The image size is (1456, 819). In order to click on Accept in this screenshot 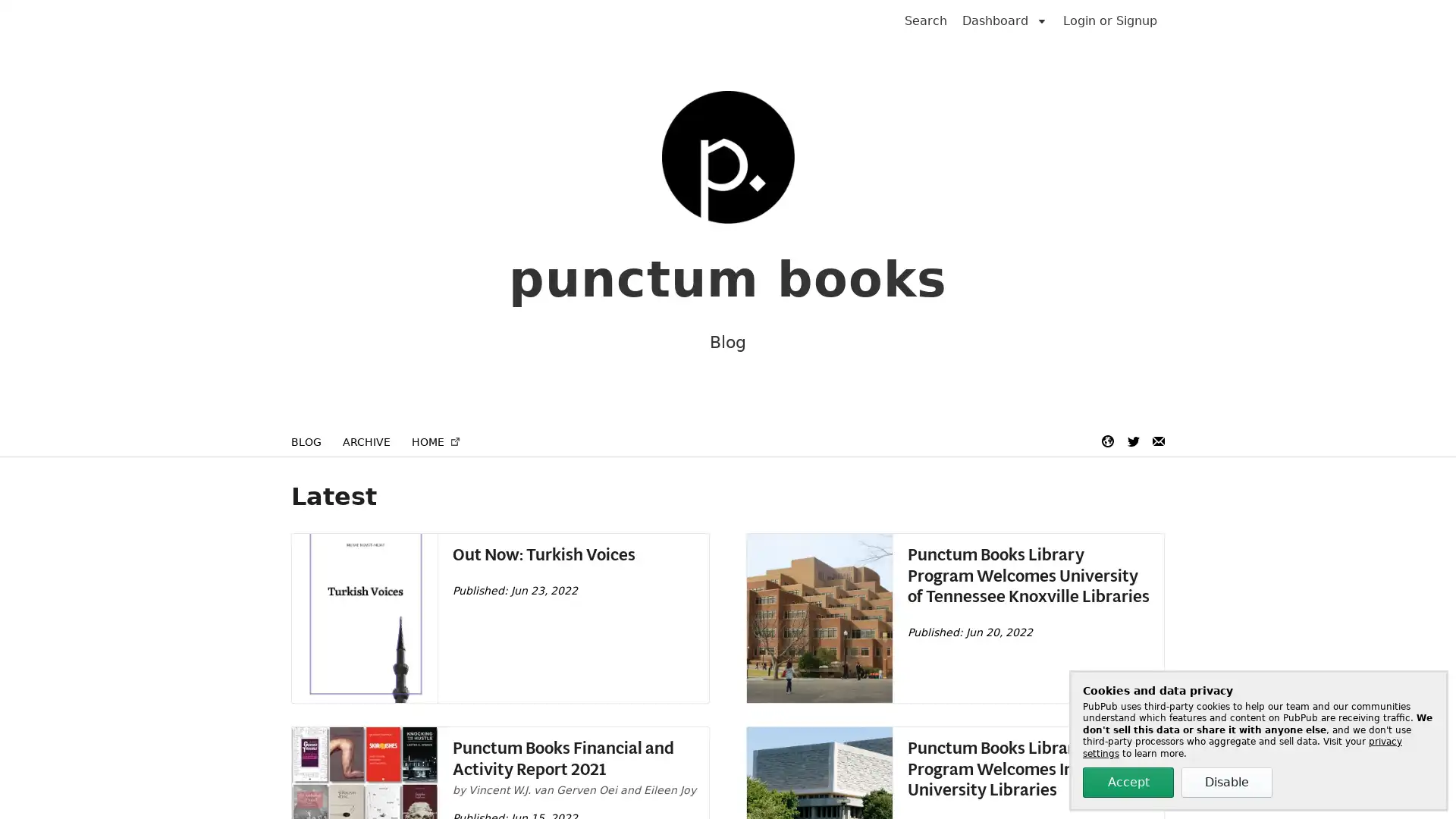, I will do `click(1128, 783)`.